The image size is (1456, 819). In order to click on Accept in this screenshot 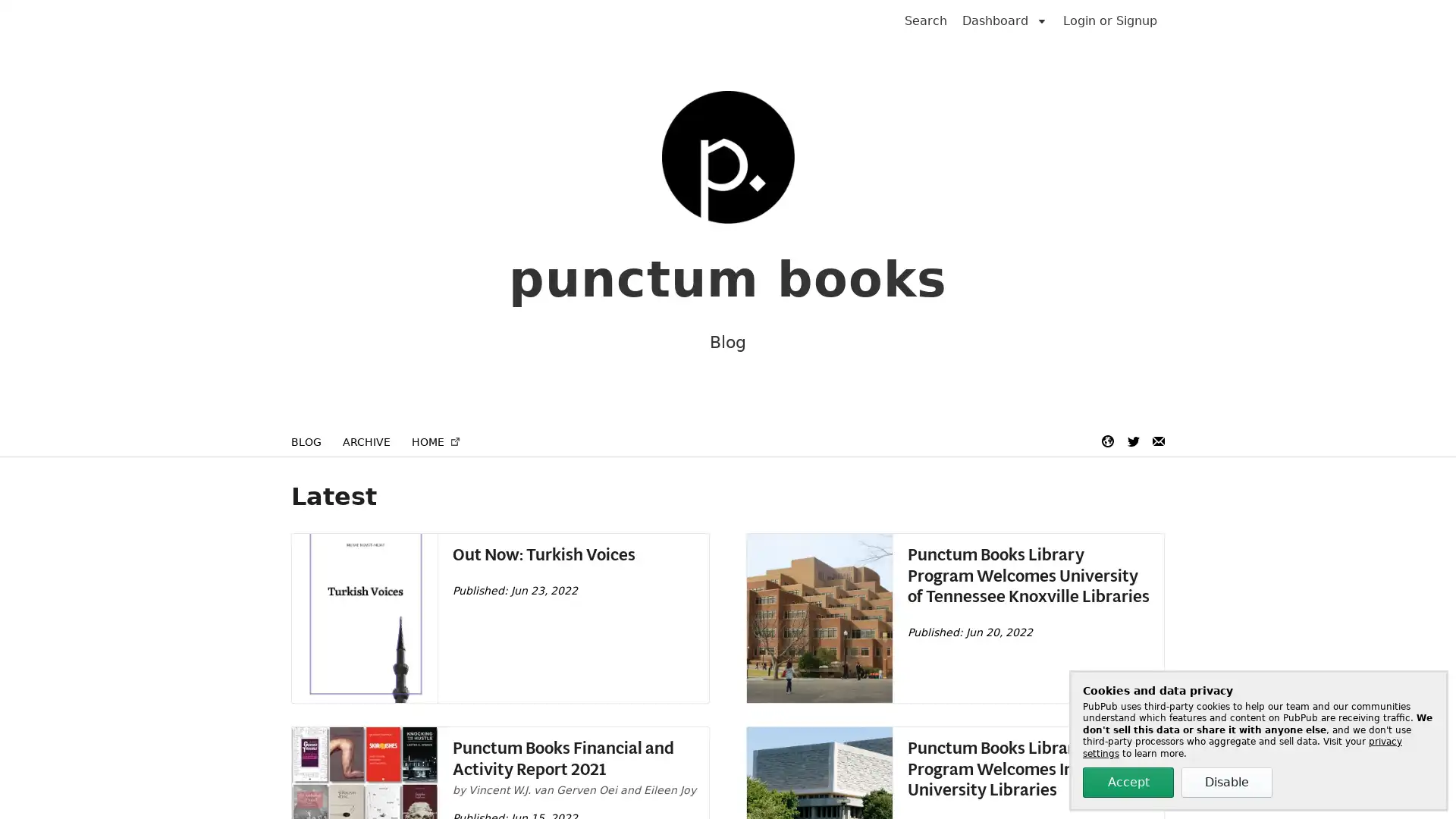, I will do `click(1128, 783)`.